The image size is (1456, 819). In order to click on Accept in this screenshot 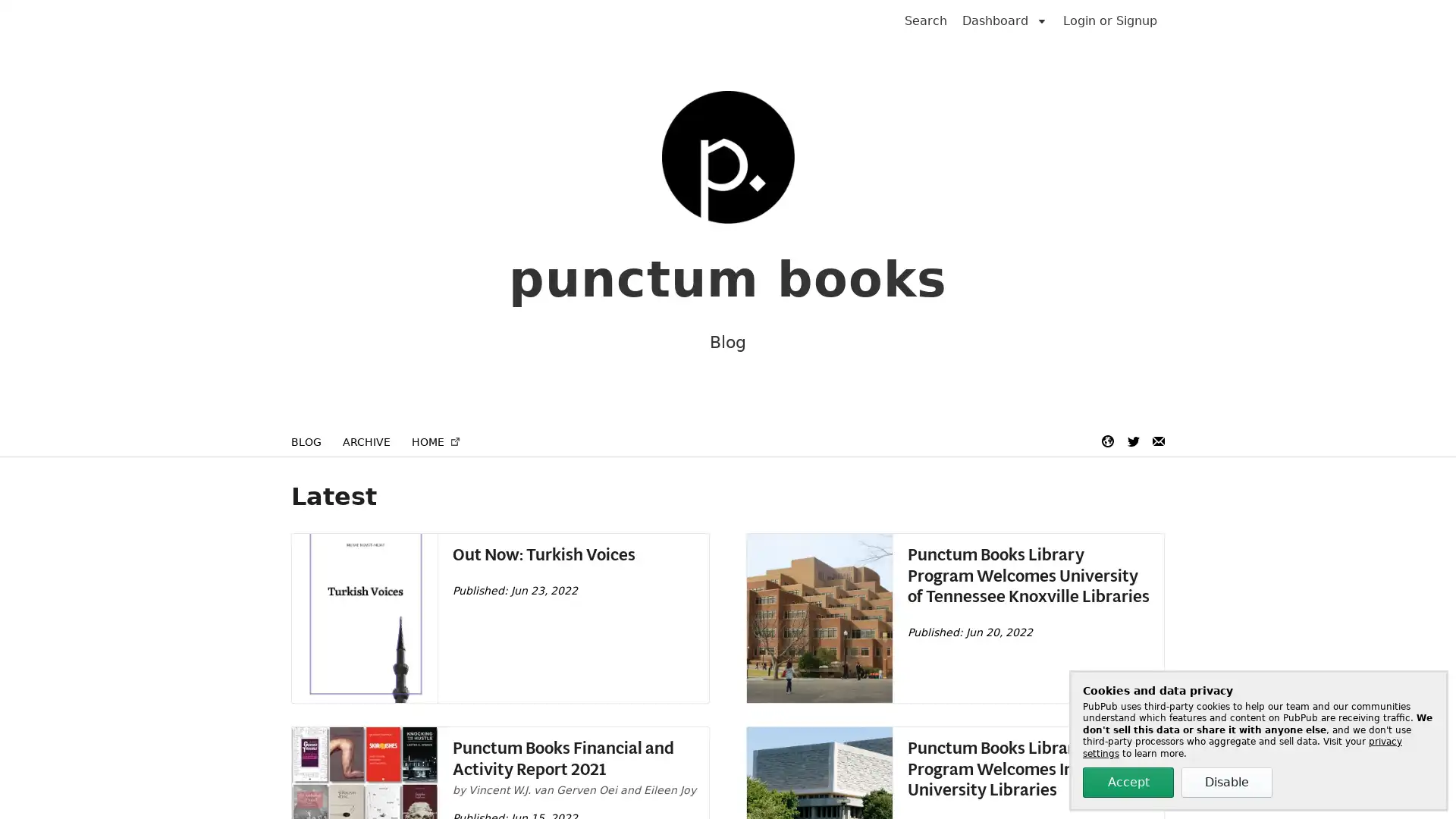, I will do `click(1128, 783)`.